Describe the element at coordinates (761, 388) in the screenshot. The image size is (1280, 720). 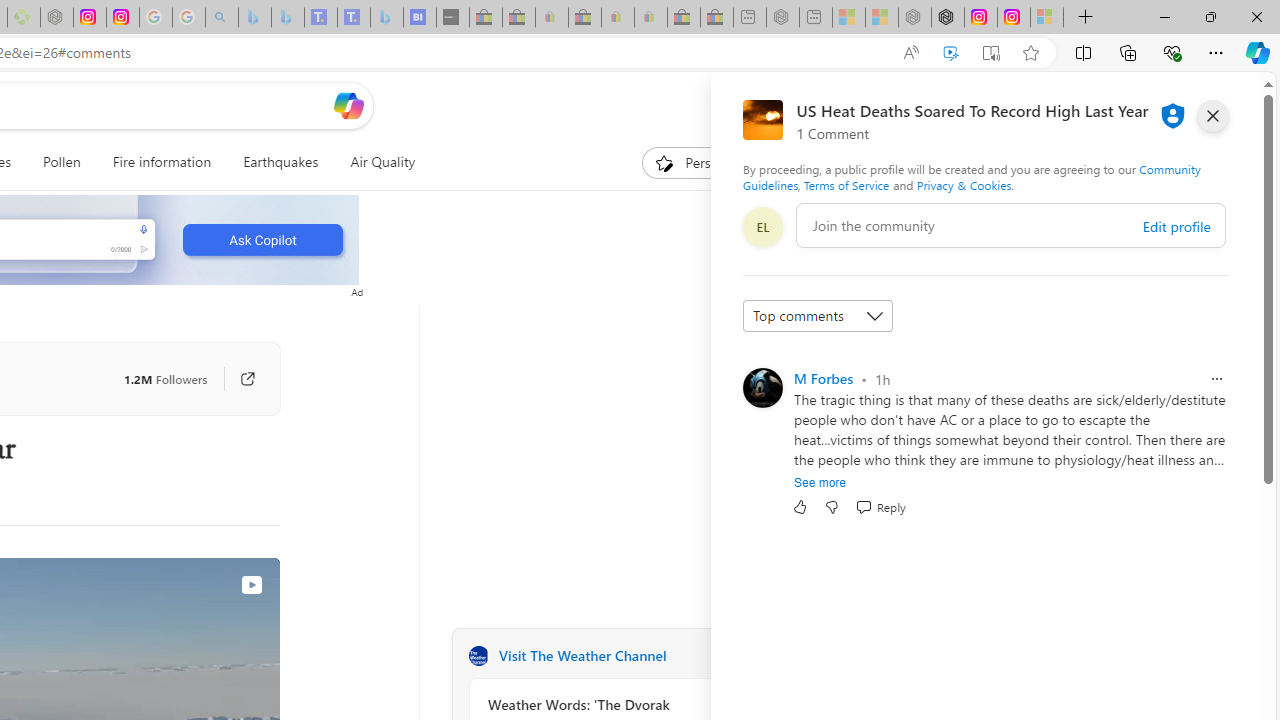
I see `'Profile Picture'` at that location.